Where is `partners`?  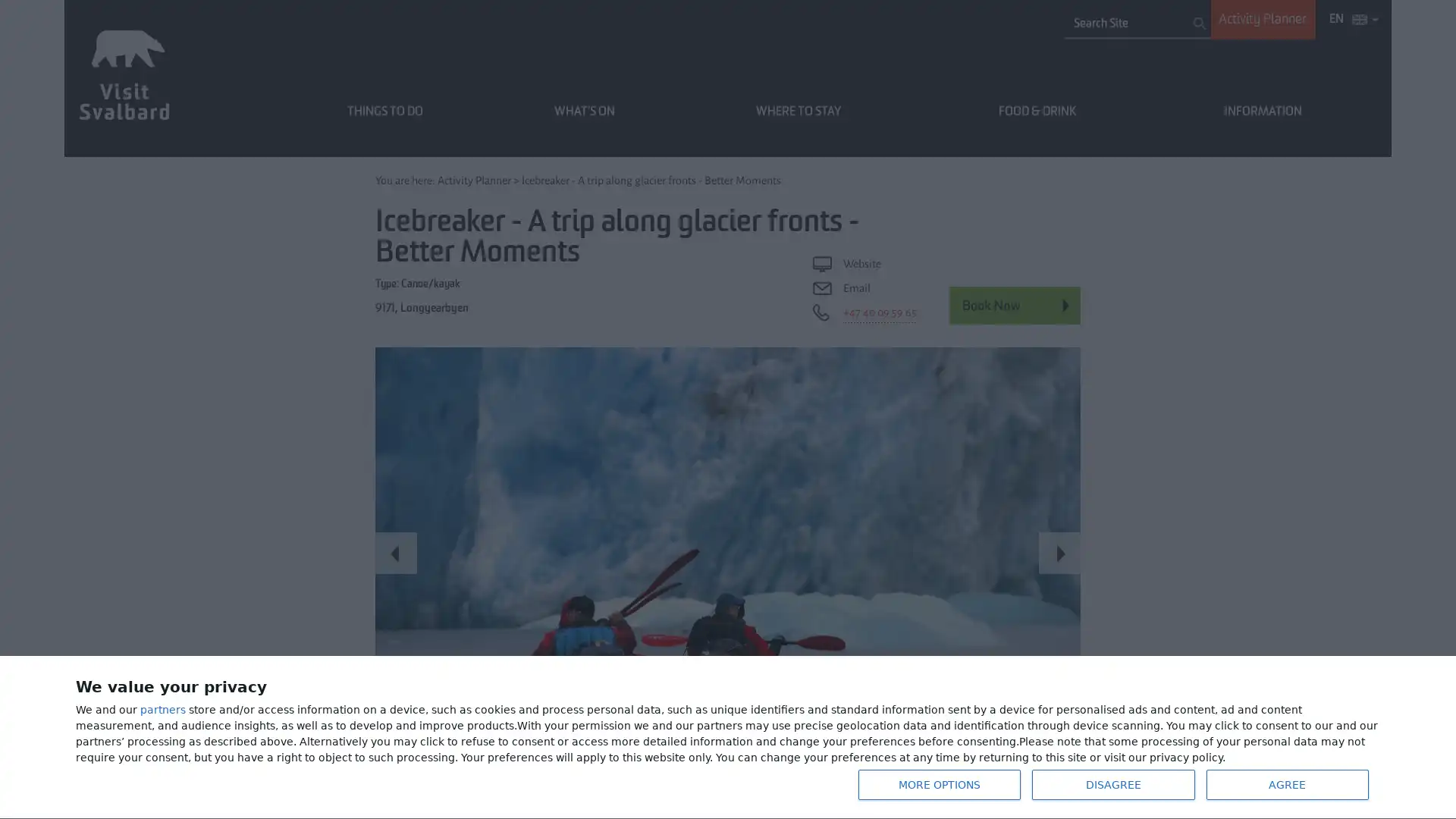 partners is located at coordinates (163, 710).